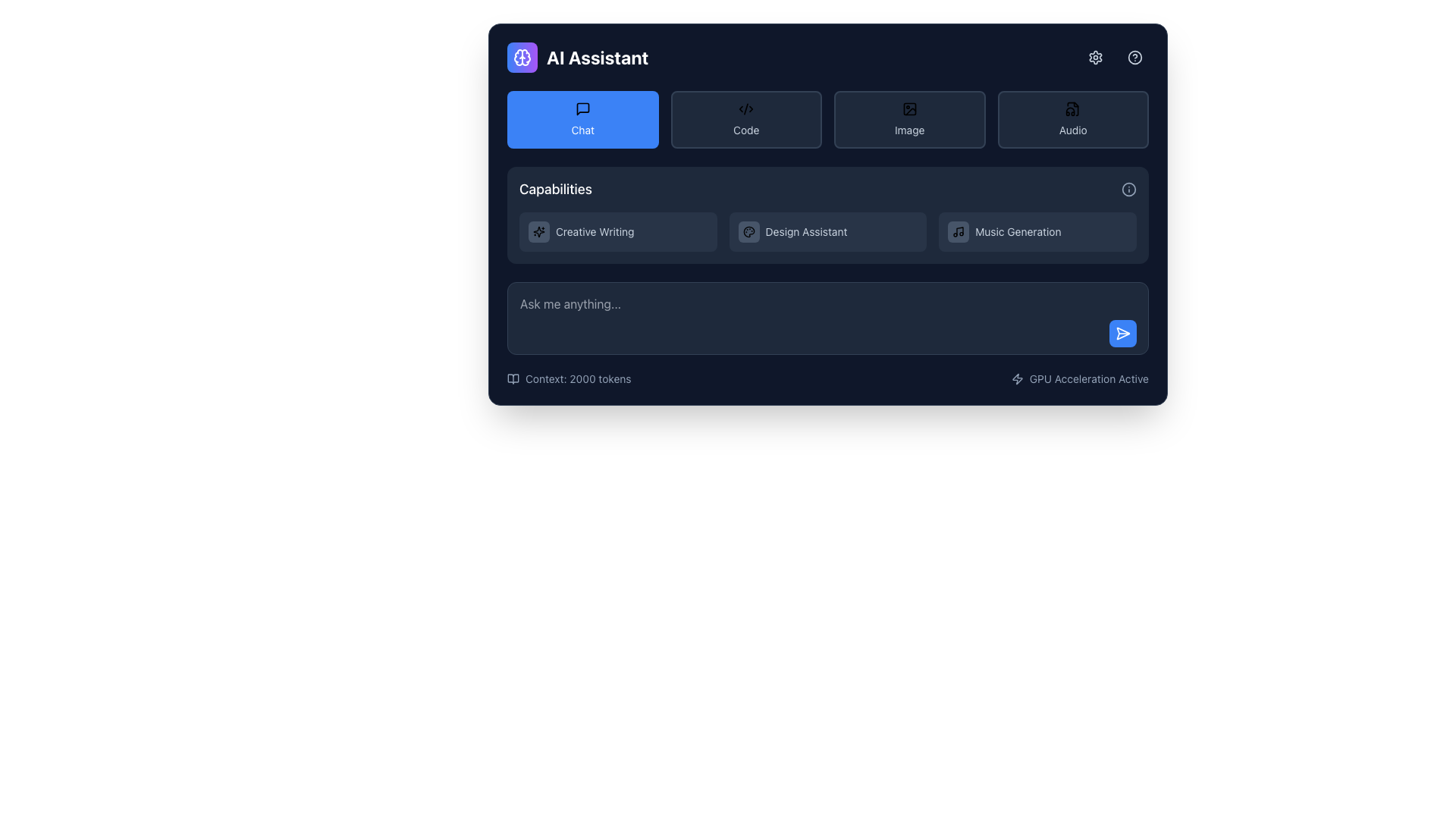 This screenshot has height=819, width=1456. What do you see at coordinates (522, 57) in the screenshot?
I see `the cognitive processes icon located in the upper-left quadrant of the interface` at bounding box center [522, 57].